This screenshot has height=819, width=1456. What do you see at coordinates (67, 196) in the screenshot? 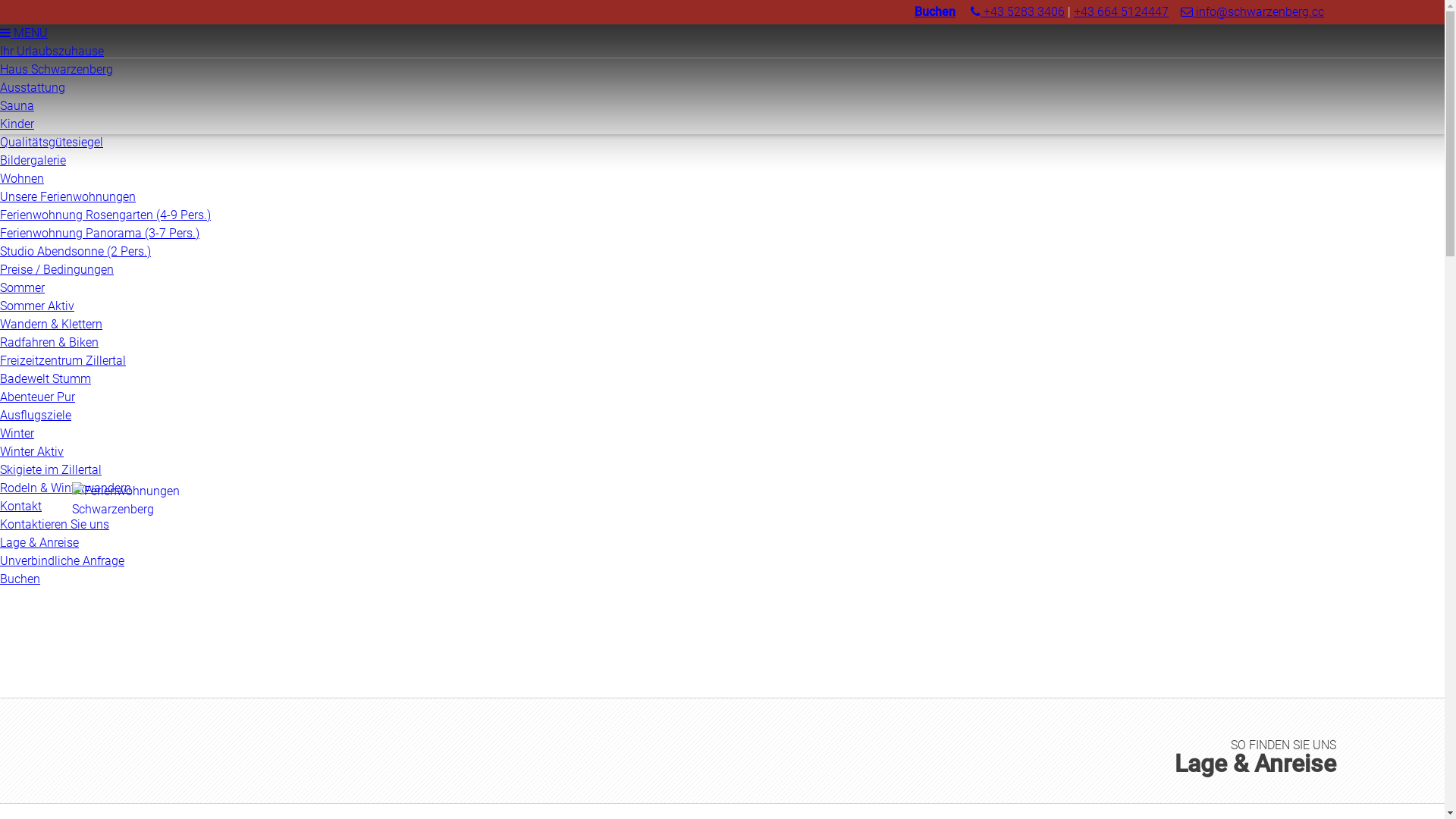
I see `'Unsere Ferienwohnungen'` at bounding box center [67, 196].